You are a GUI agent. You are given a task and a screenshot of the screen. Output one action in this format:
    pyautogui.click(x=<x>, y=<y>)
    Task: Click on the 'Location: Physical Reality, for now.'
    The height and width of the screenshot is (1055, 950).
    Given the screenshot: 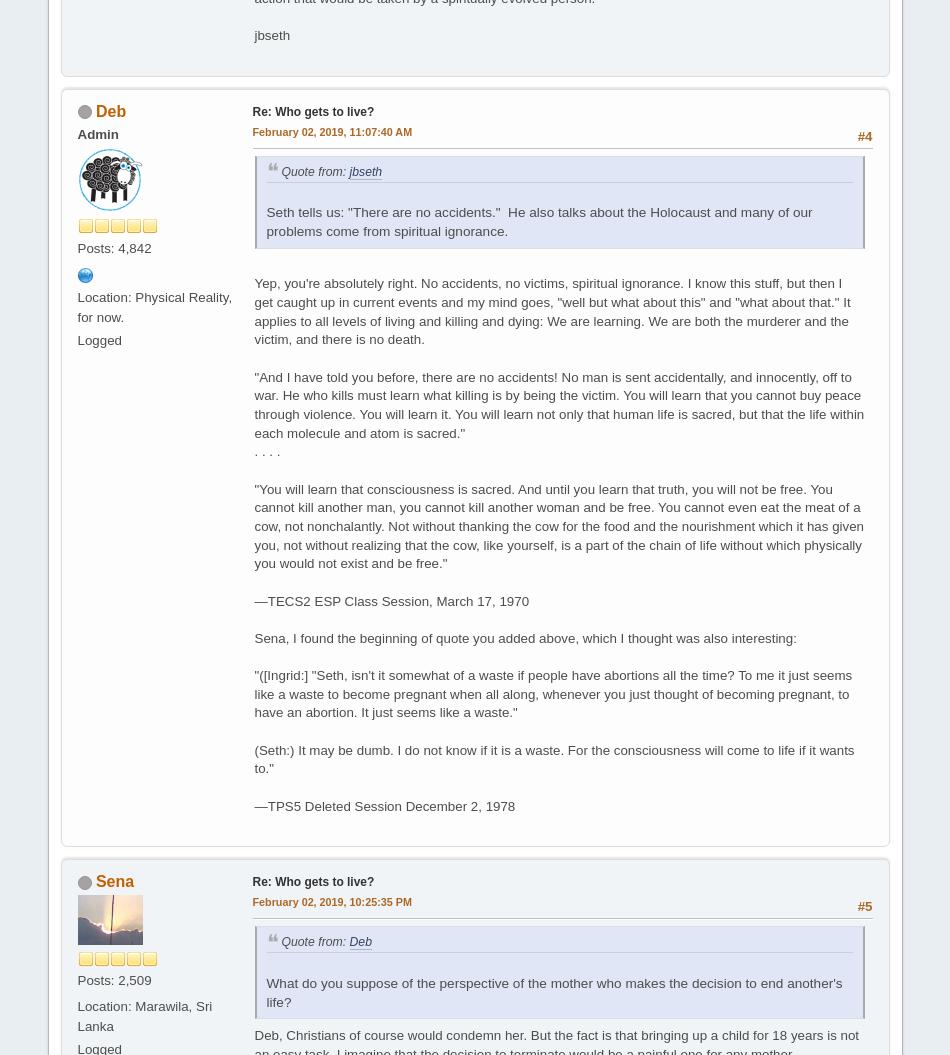 What is the action you would take?
    pyautogui.click(x=154, y=306)
    